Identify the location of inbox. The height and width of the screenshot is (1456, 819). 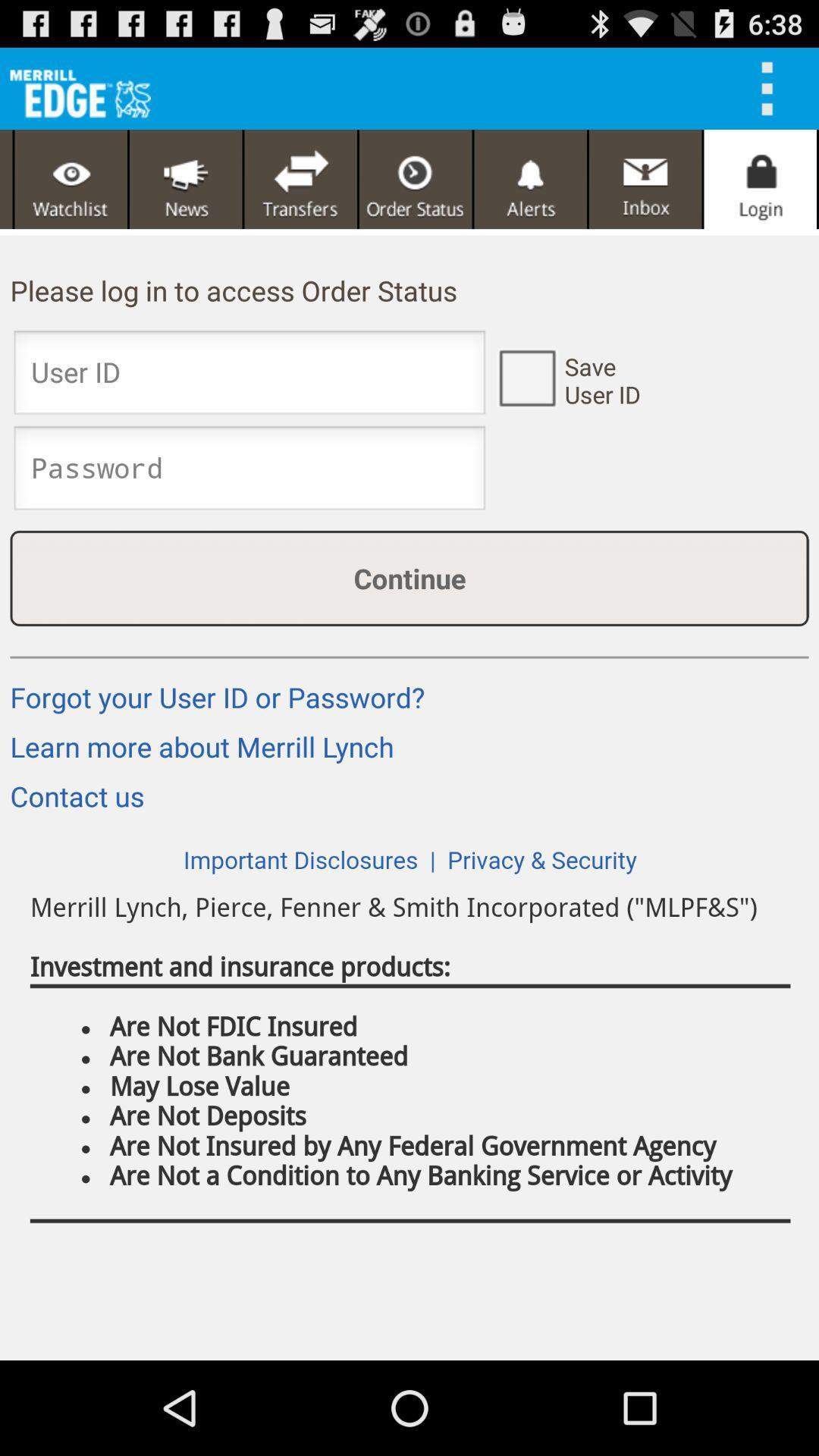
(645, 179).